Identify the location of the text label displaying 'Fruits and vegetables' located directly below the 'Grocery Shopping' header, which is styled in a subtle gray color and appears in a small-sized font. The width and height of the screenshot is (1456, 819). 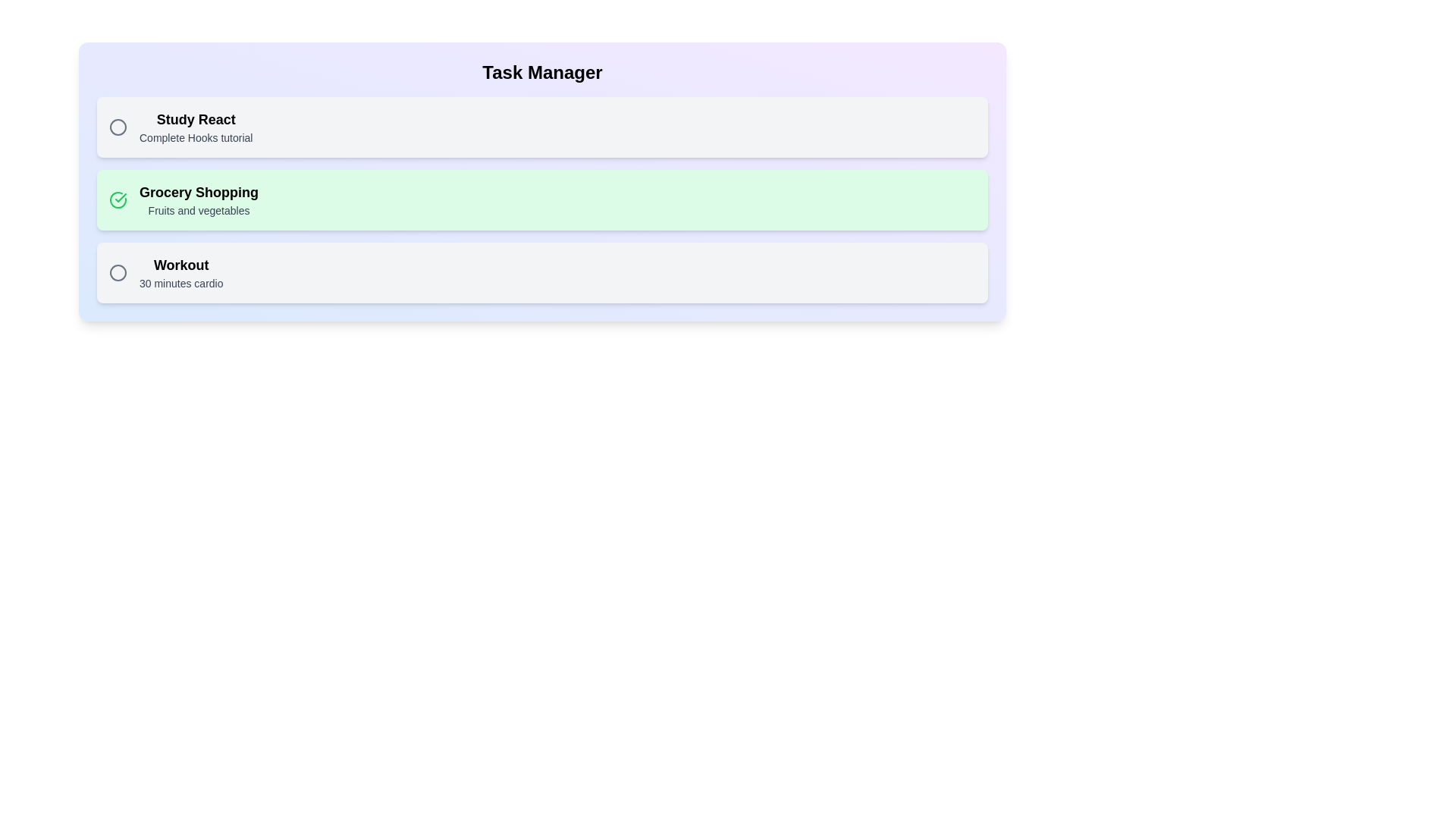
(198, 210).